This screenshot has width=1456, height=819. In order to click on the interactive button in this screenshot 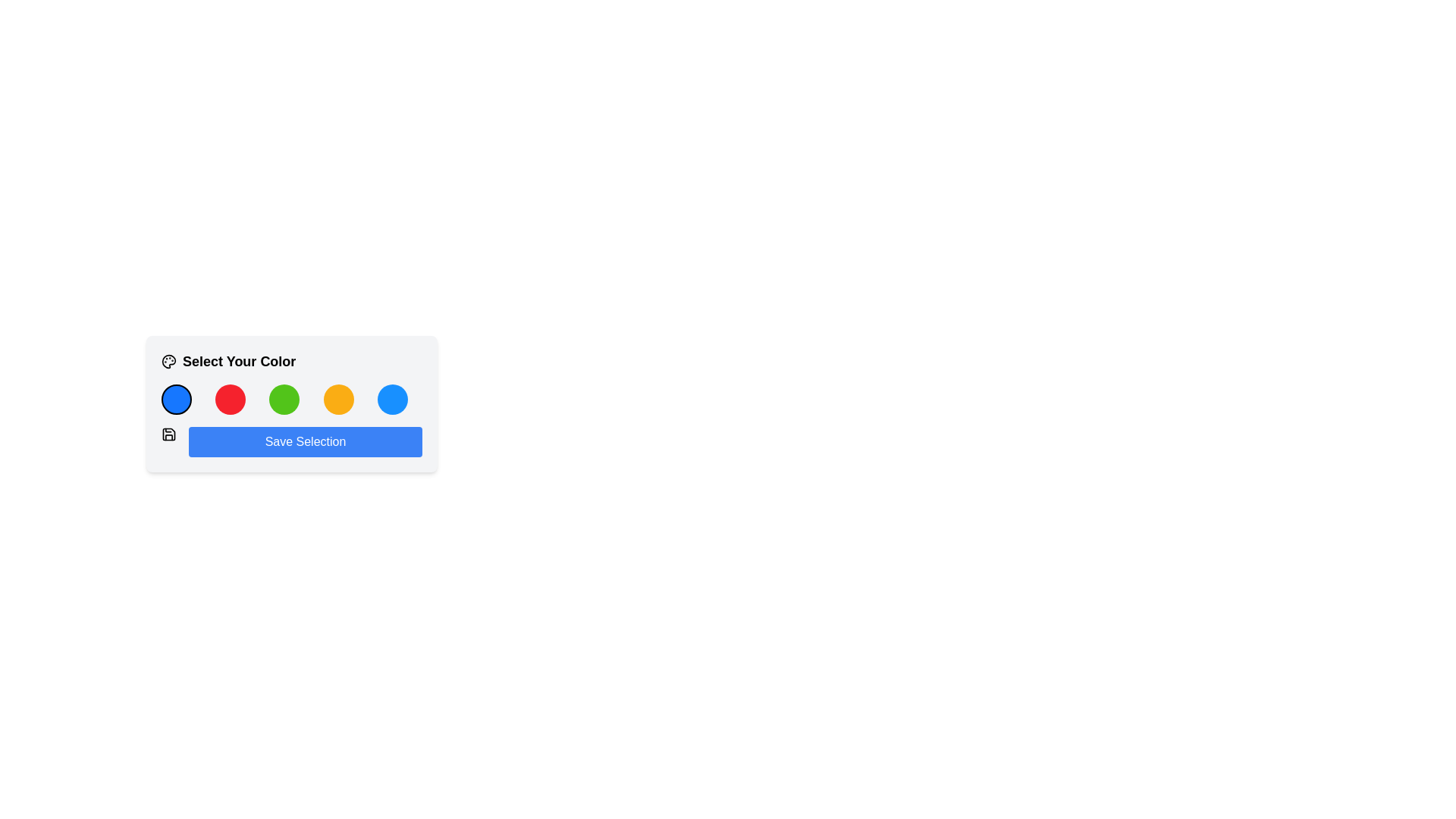, I will do `click(177, 399)`.